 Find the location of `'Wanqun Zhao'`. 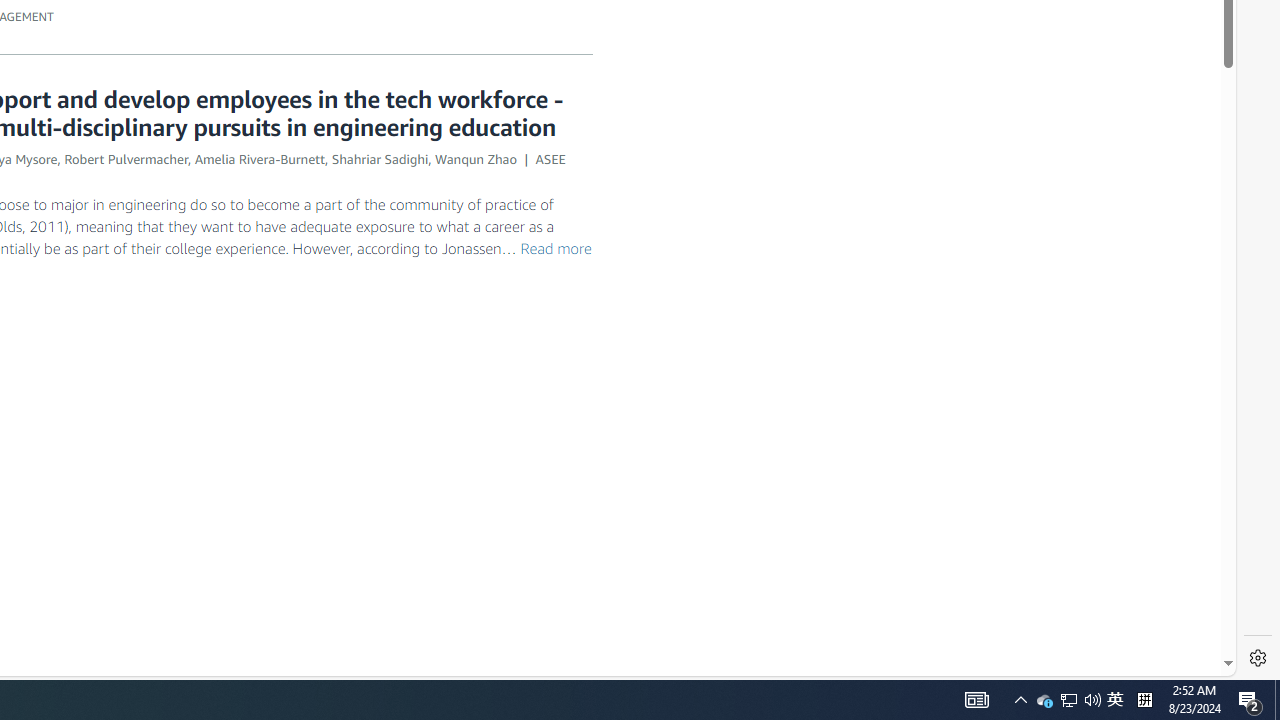

'Wanqun Zhao' is located at coordinates (474, 157).